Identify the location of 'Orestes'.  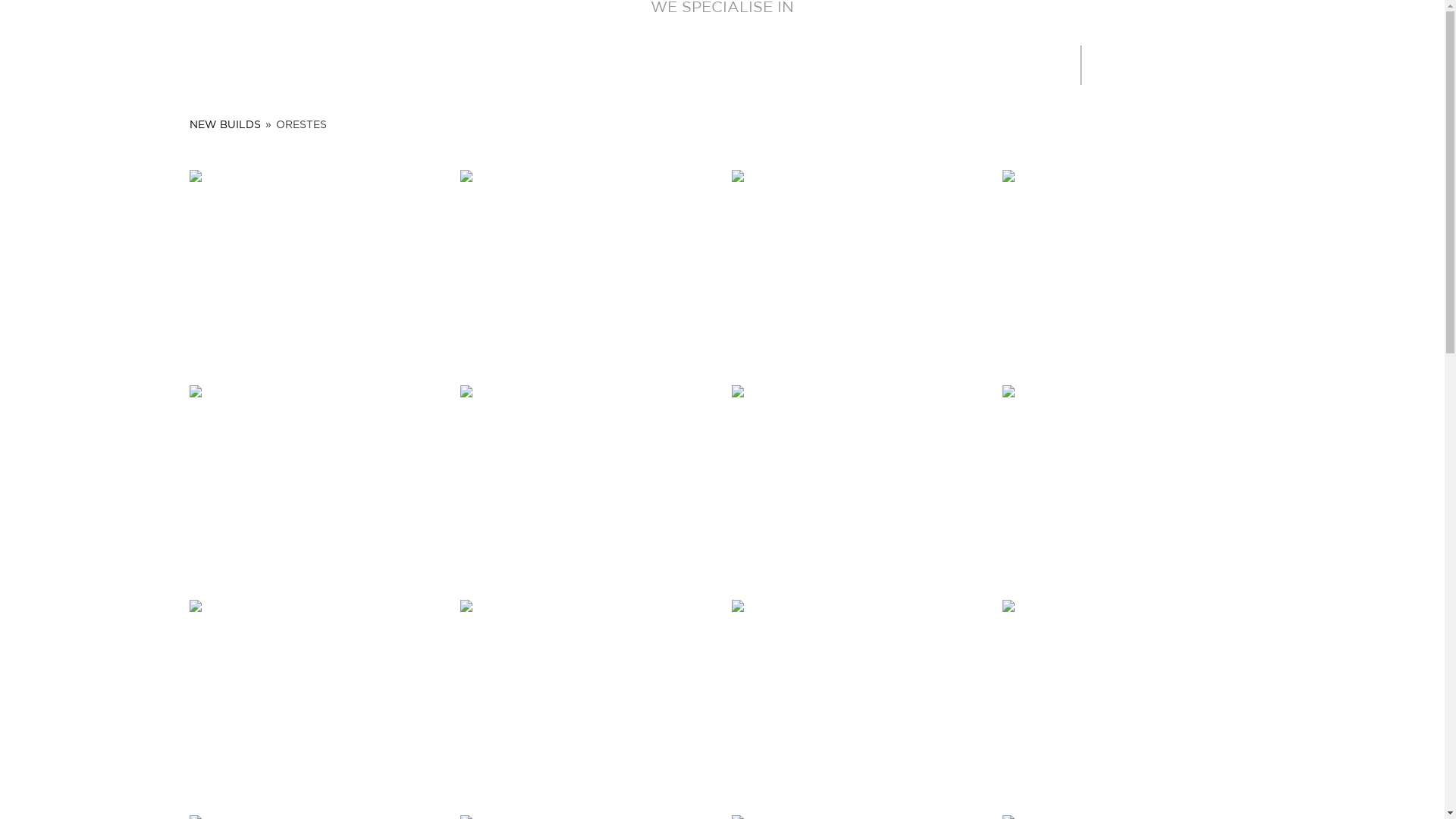
(858, 698).